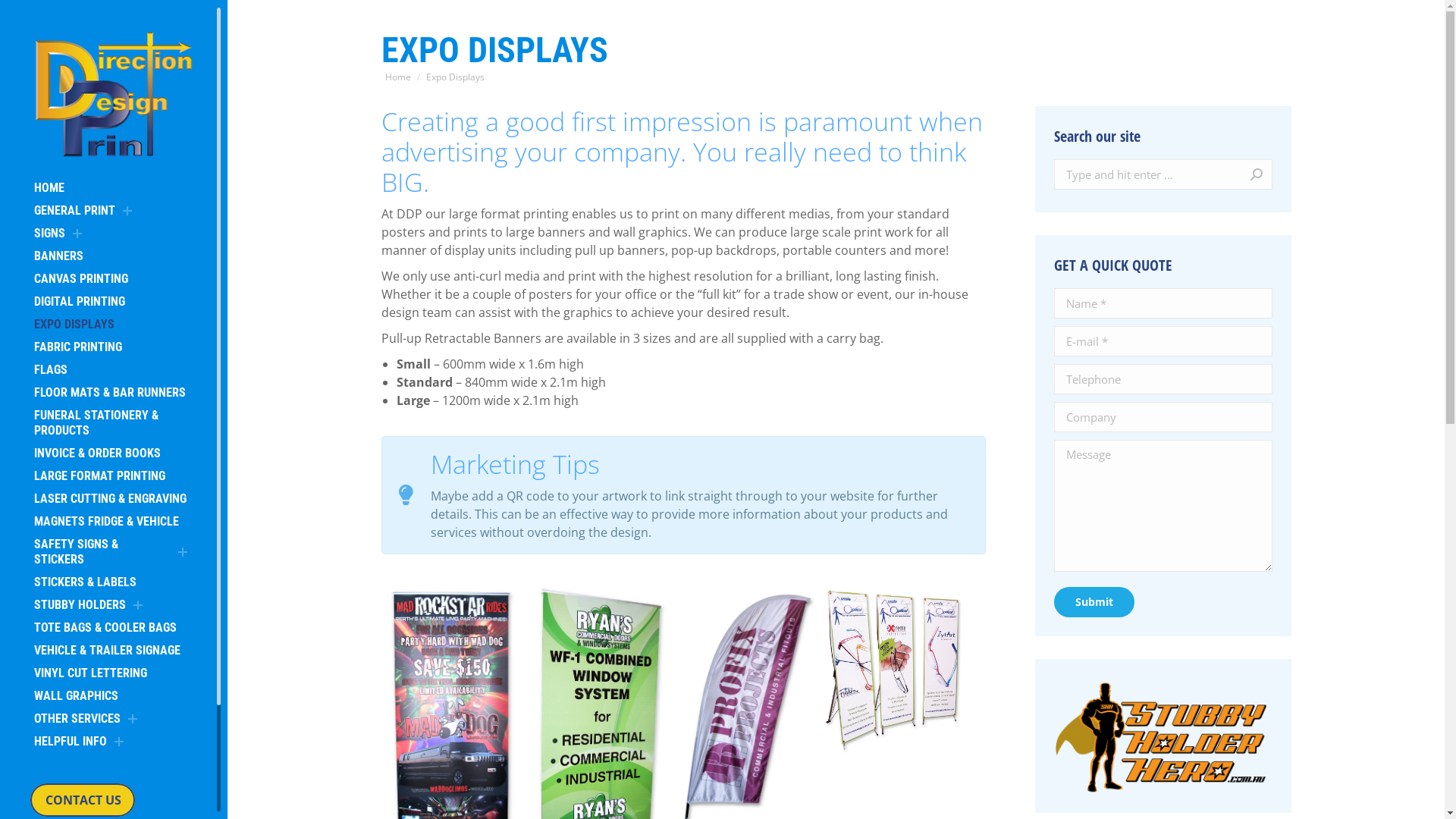  Describe the element at coordinates (1241, 174) in the screenshot. I see `'Go!'` at that location.